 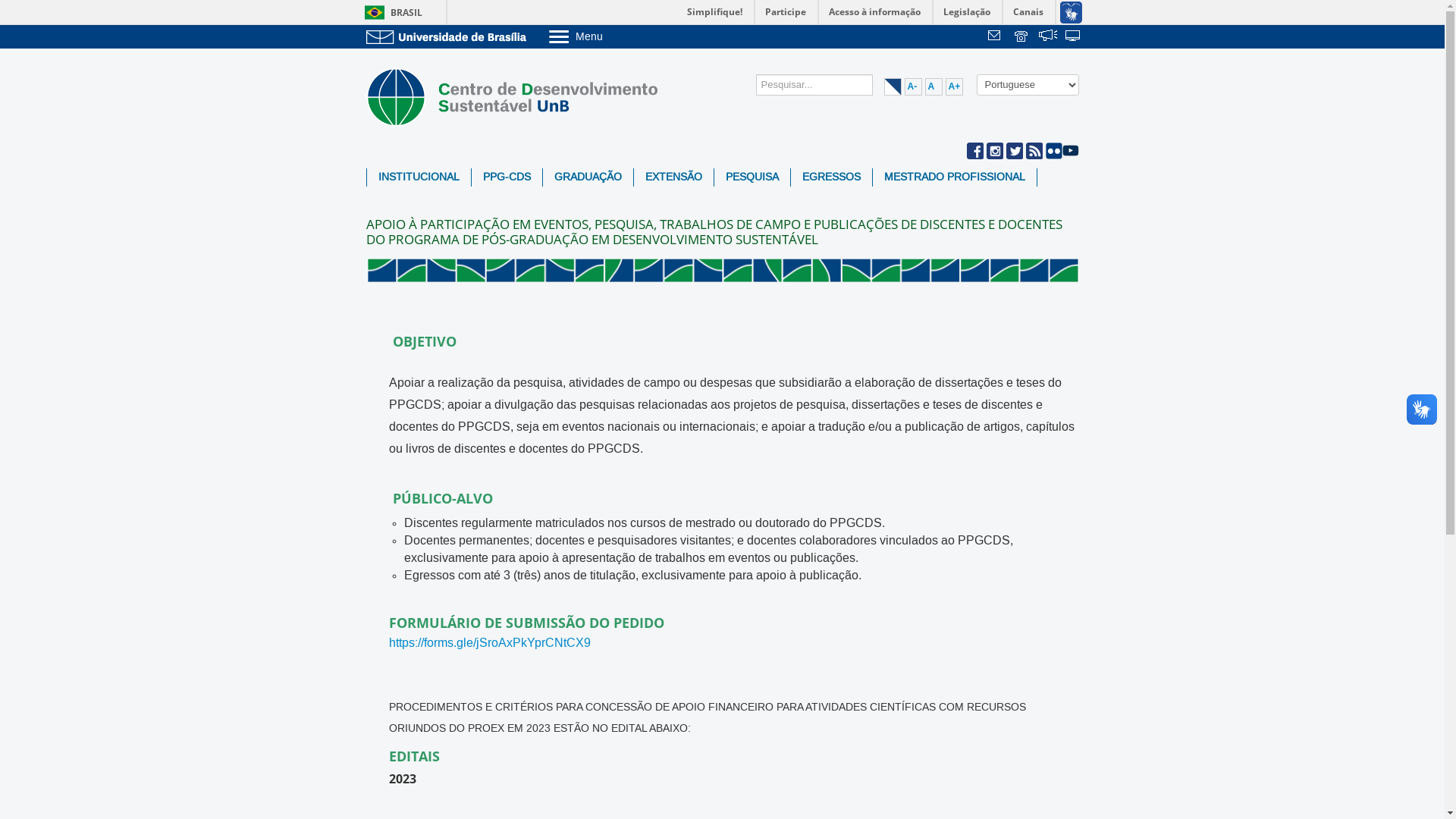 I want to click on 'Sistemas', so click(x=1073, y=36).